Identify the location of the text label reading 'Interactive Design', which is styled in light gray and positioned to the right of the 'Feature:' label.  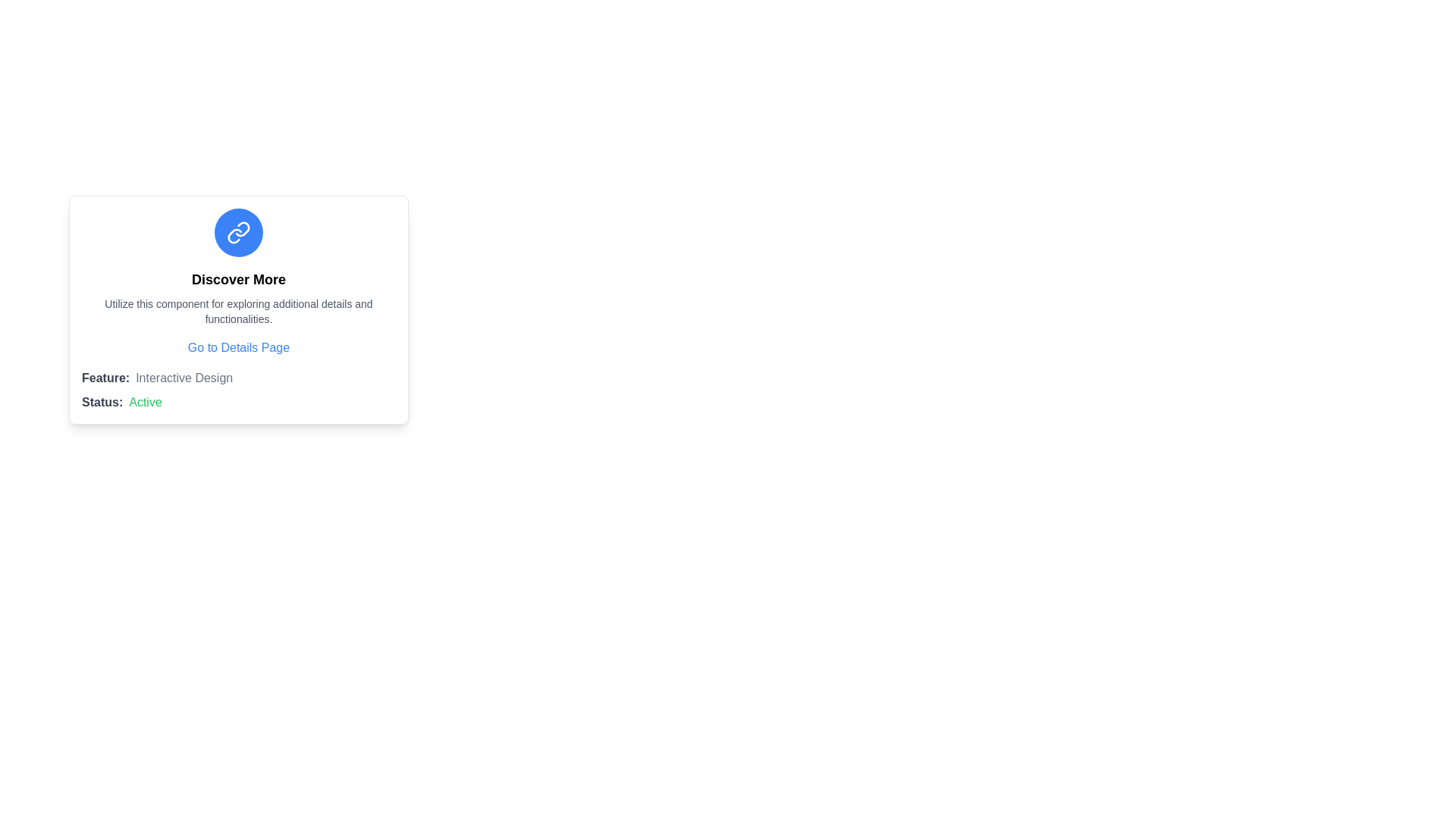
(184, 377).